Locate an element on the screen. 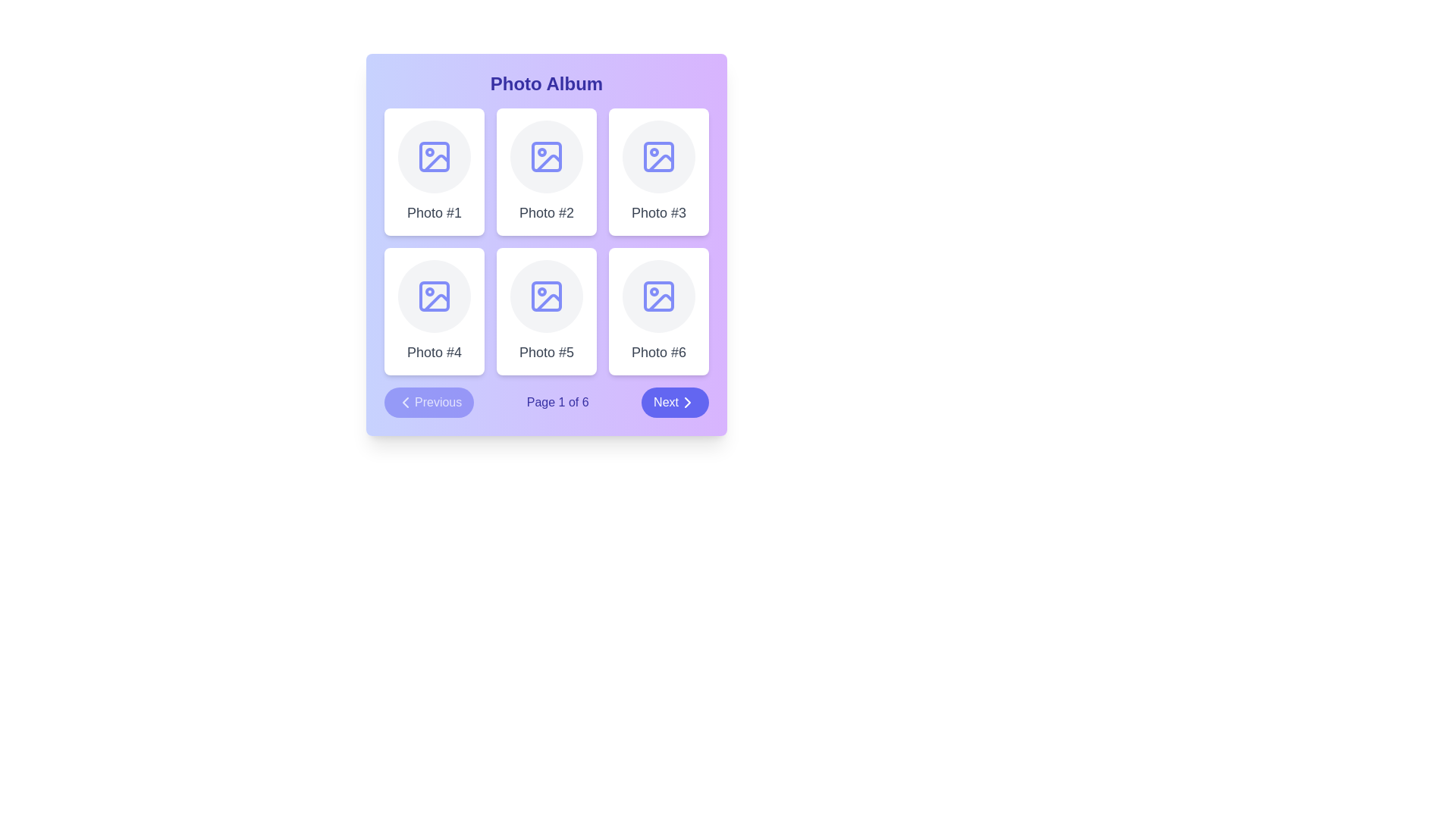  the image placeholder icon located in the third column of the first row within the 'Photo Album' interface is located at coordinates (658, 157).